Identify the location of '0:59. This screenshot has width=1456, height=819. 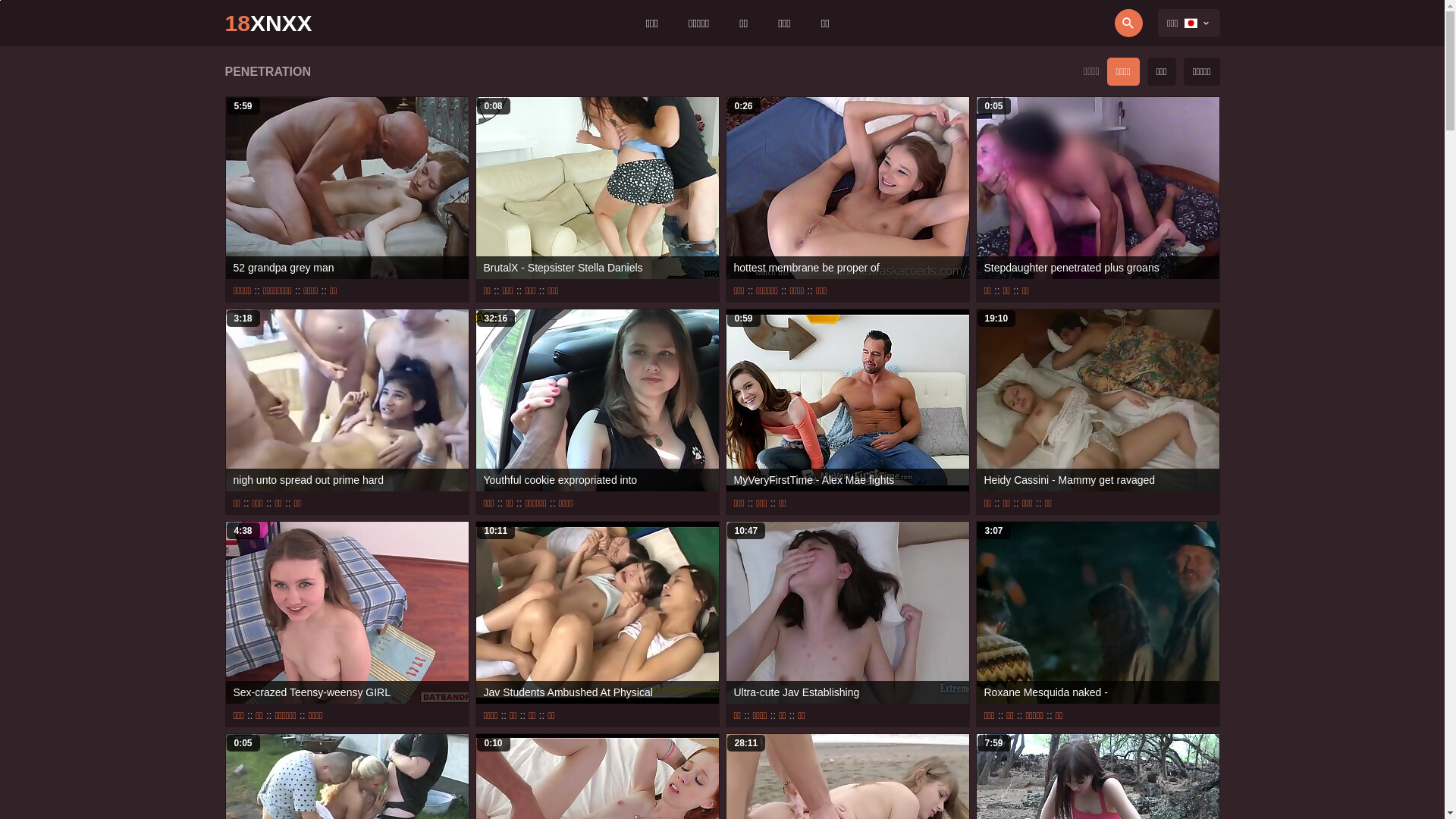
(847, 400).